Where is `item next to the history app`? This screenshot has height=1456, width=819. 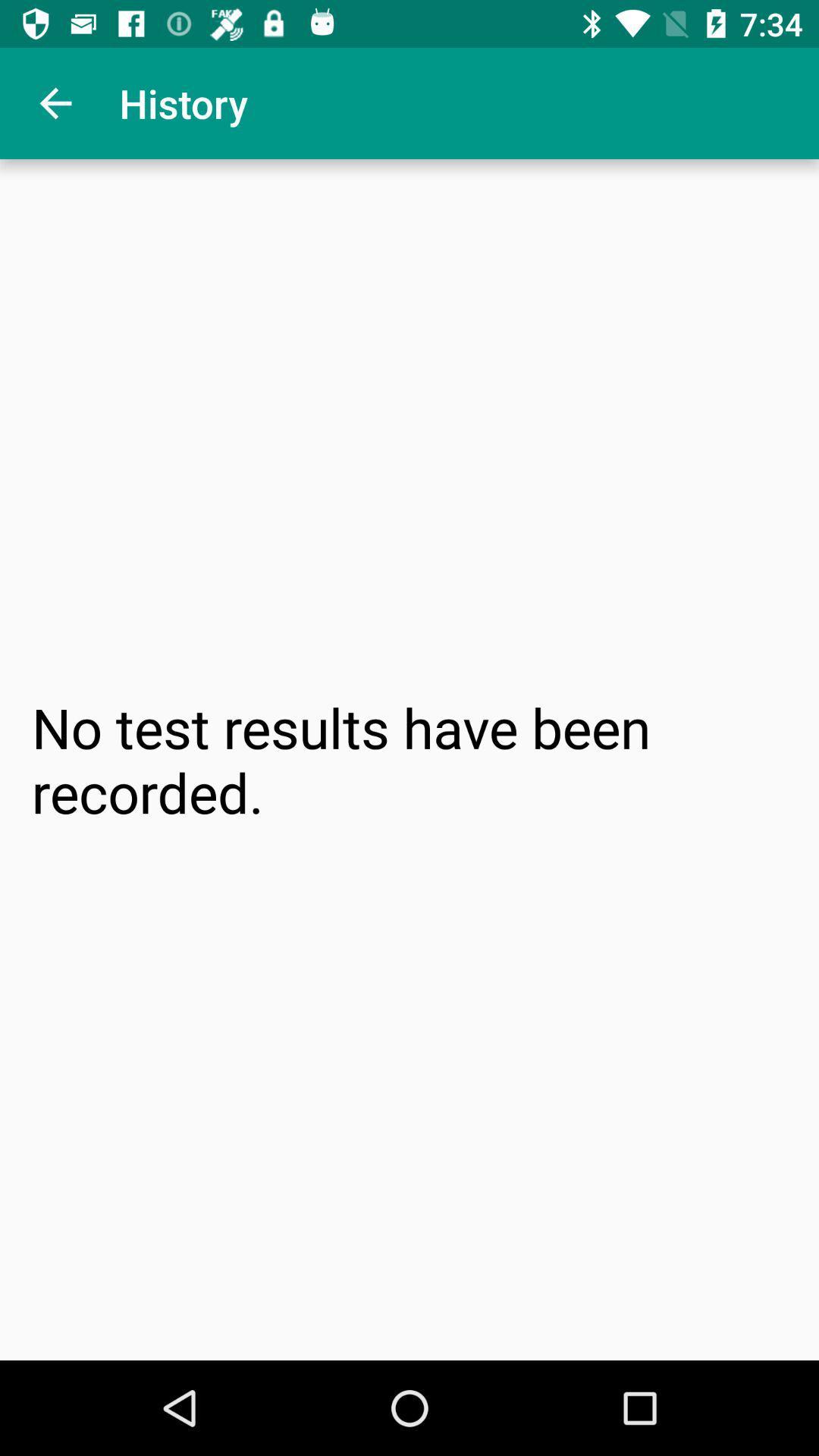 item next to the history app is located at coordinates (55, 102).